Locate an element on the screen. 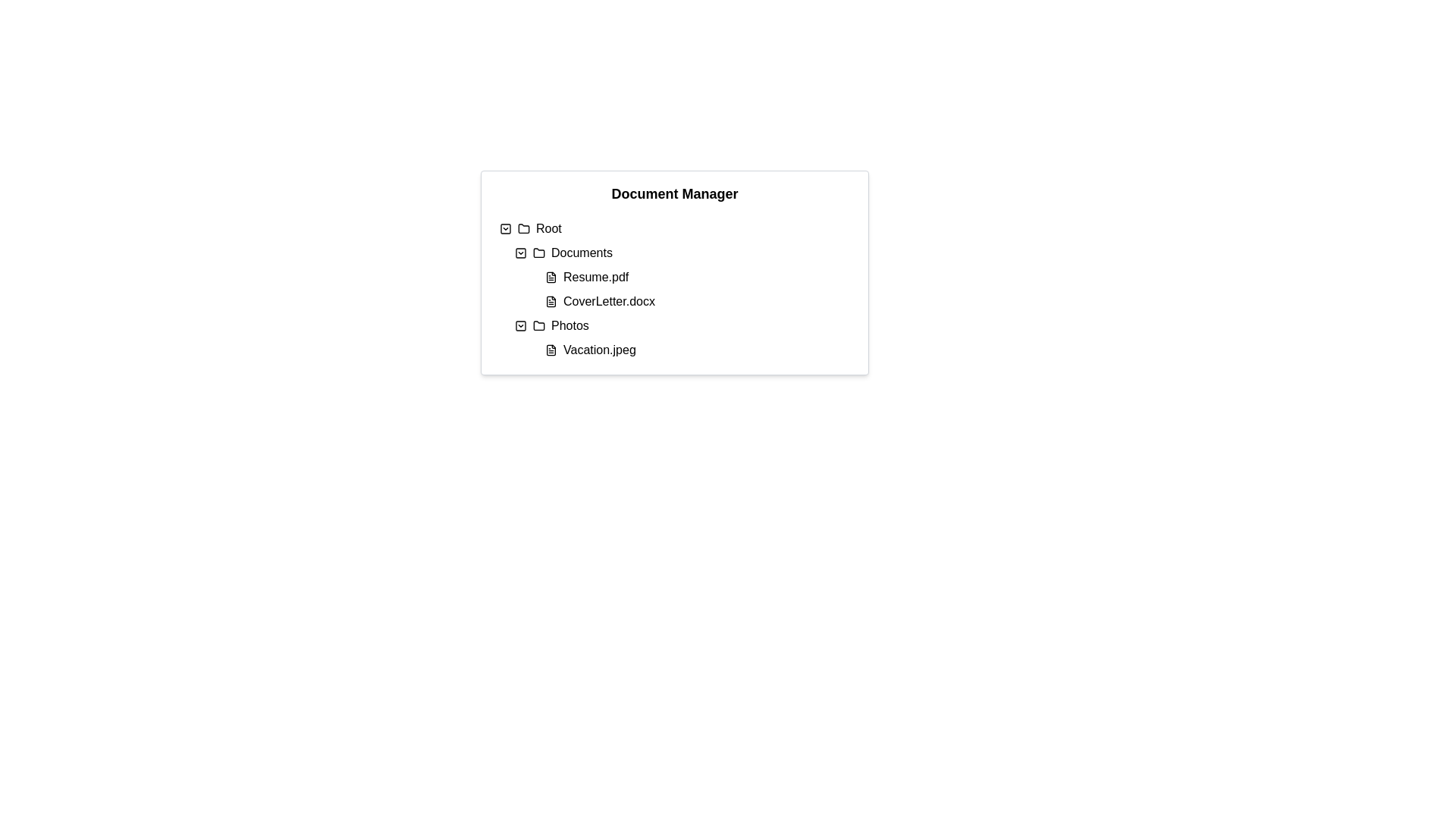 The height and width of the screenshot is (819, 1456). the text label displaying 'Root', which is in bold font and positioned to the right of a folder icon within the 'Document Manager' section is located at coordinates (548, 228).